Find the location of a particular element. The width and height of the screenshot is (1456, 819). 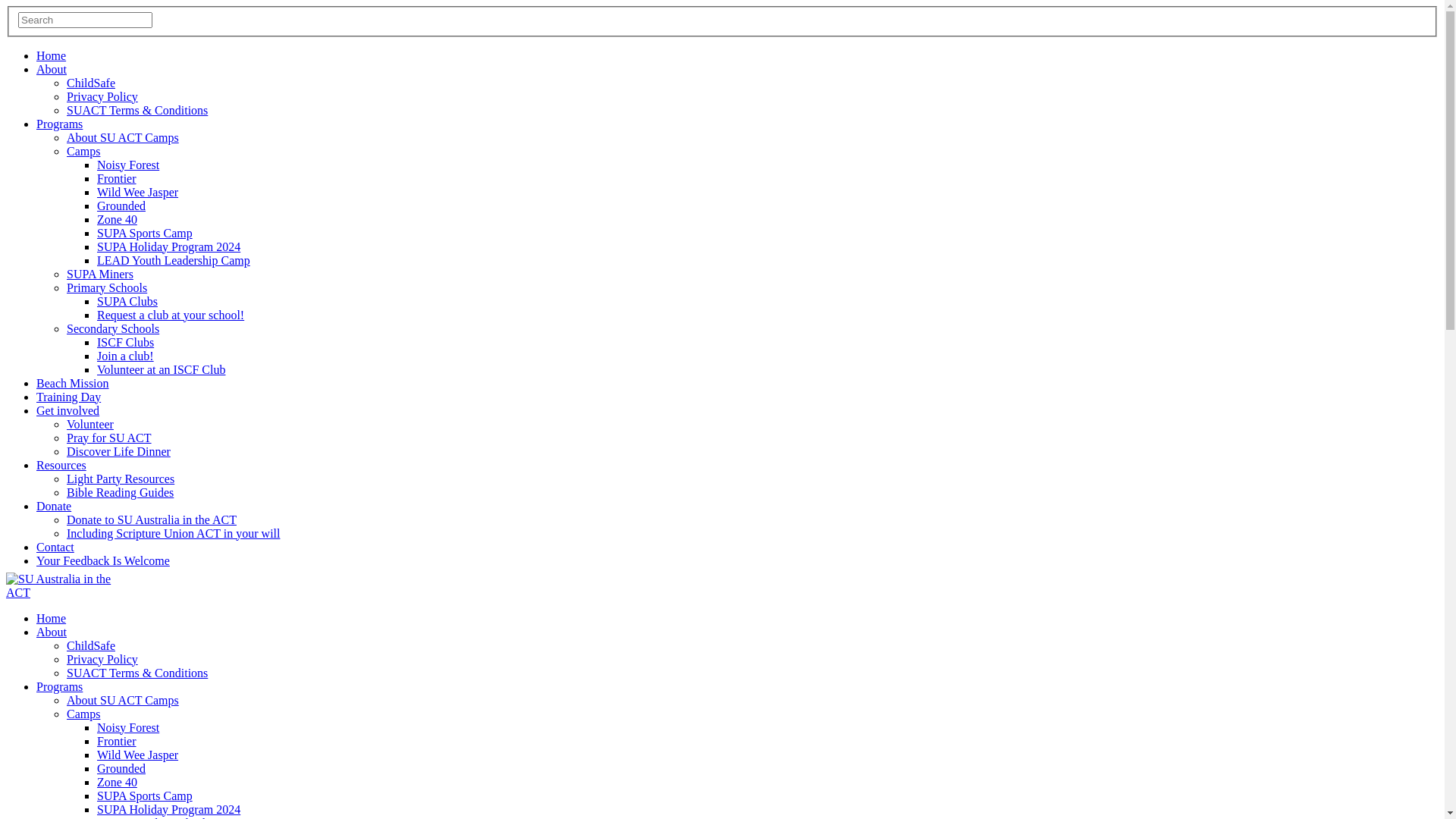

'SUPA Sports Camp' is located at coordinates (145, 233).